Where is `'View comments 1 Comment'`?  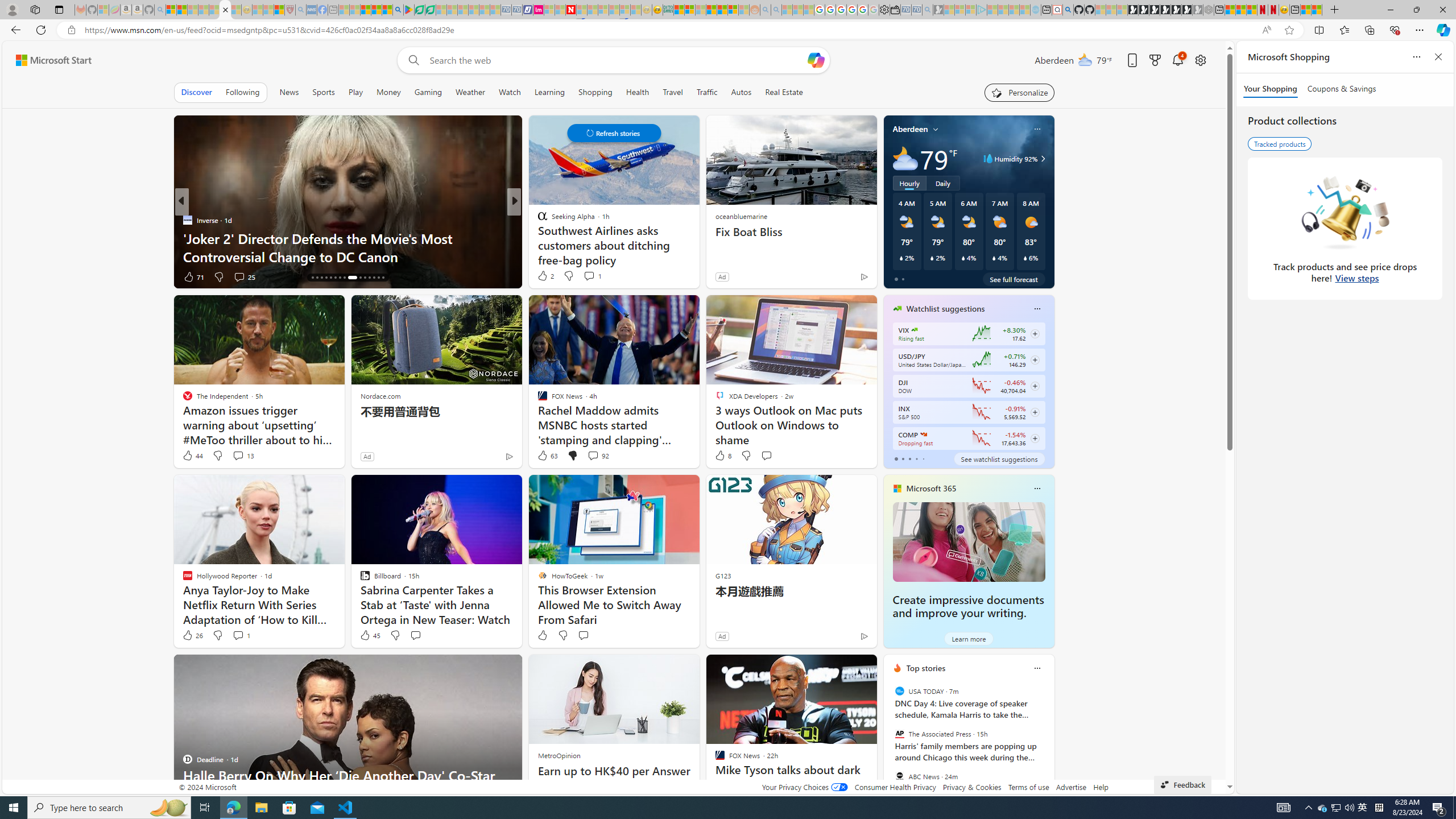
'View comments 1 Comment' is located at coordinates (237, 635).